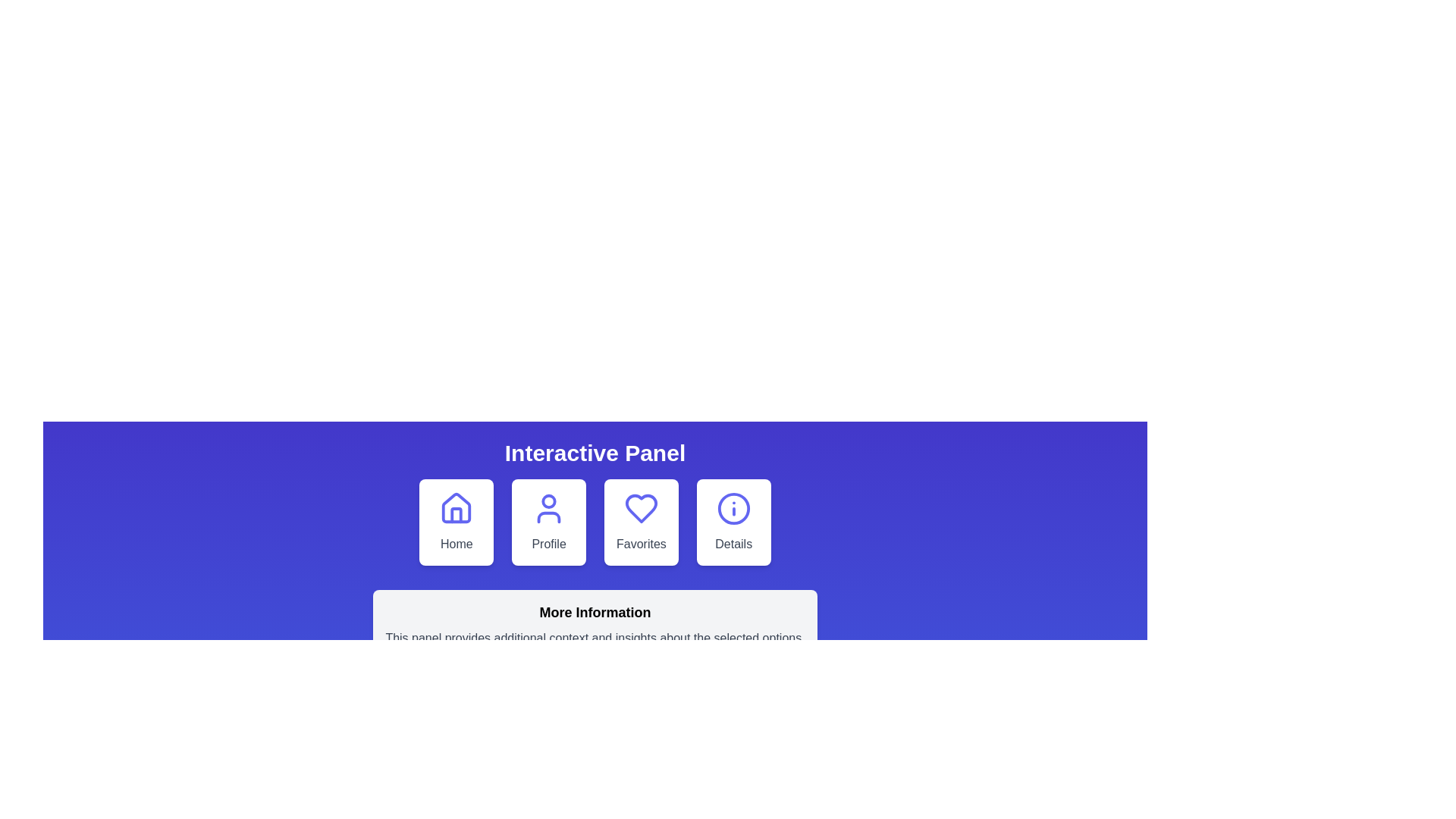 Image resolution: width=1456 pixels, height=819 pixels. I want to click on the Informational Panel that has a light gray background, rounded corners, and shadow styling, containing the title 'More Information' and description 'This panel provides additional context and insights about the selected options.', so click(595, 625).